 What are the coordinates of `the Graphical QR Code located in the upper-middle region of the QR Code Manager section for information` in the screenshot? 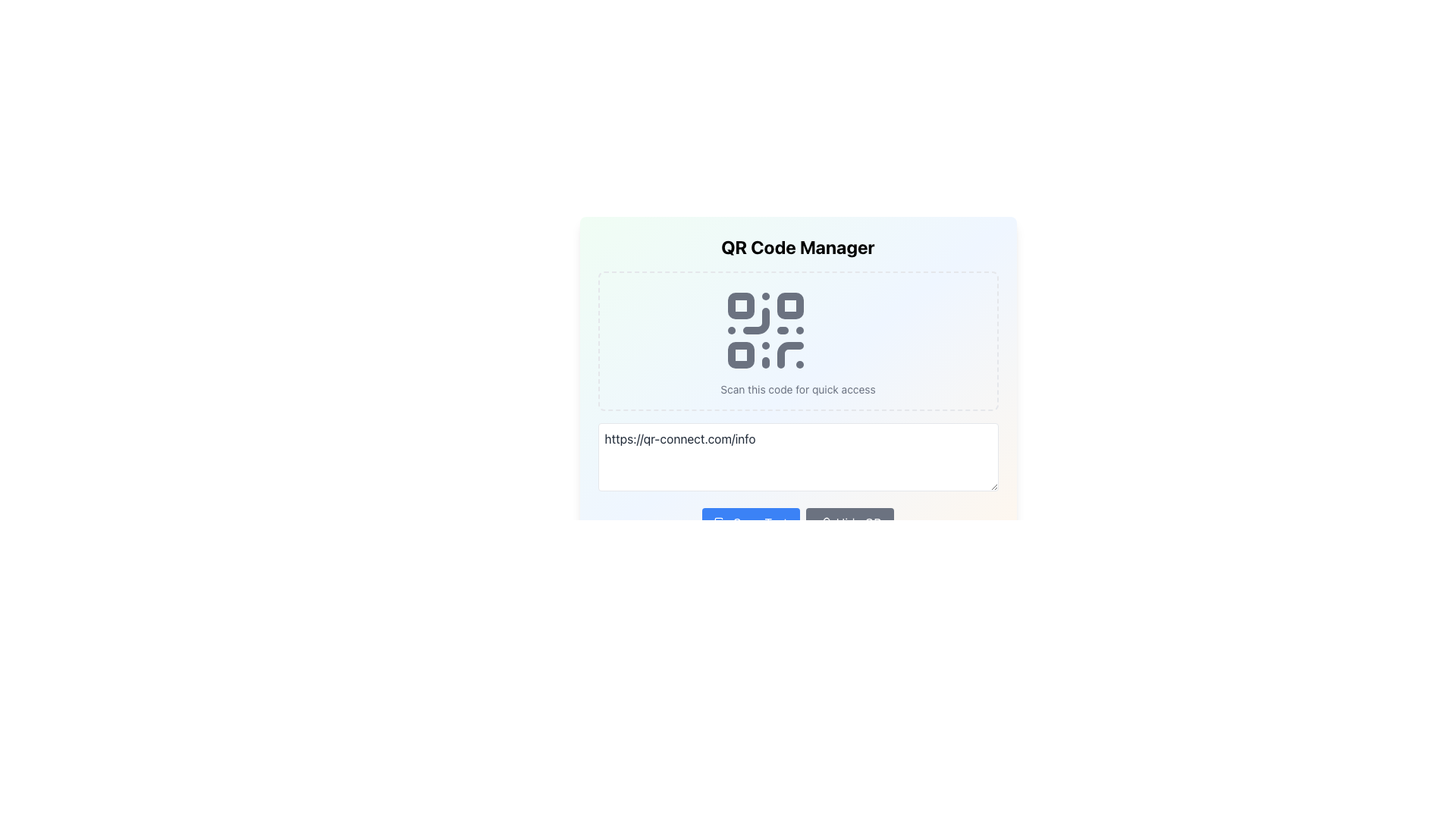 It's located at (766, 329).